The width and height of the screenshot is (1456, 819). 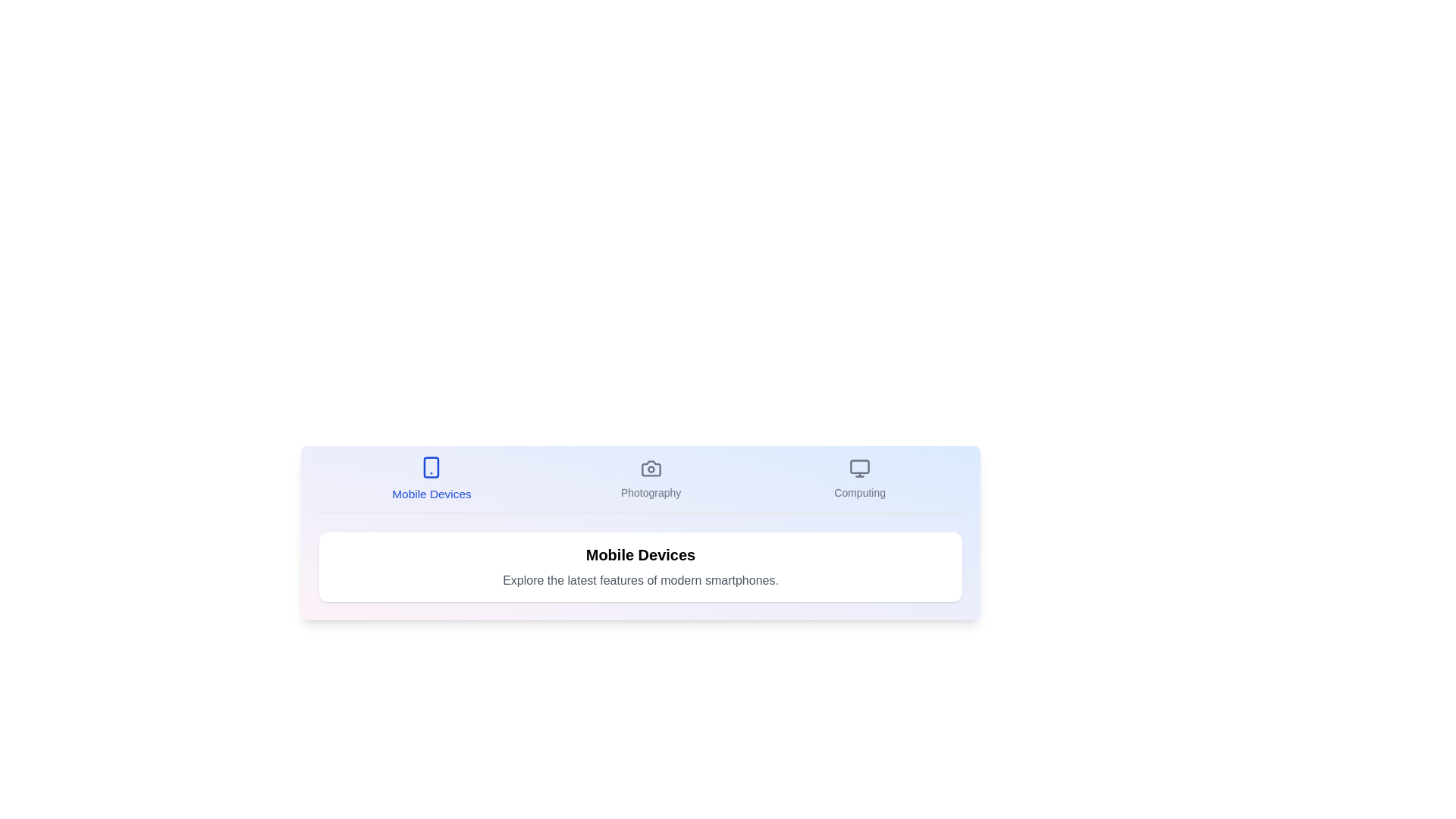 I want to click on the tab labeled 'Photography' to inspect its associated icon, so click(x=651, y=479).